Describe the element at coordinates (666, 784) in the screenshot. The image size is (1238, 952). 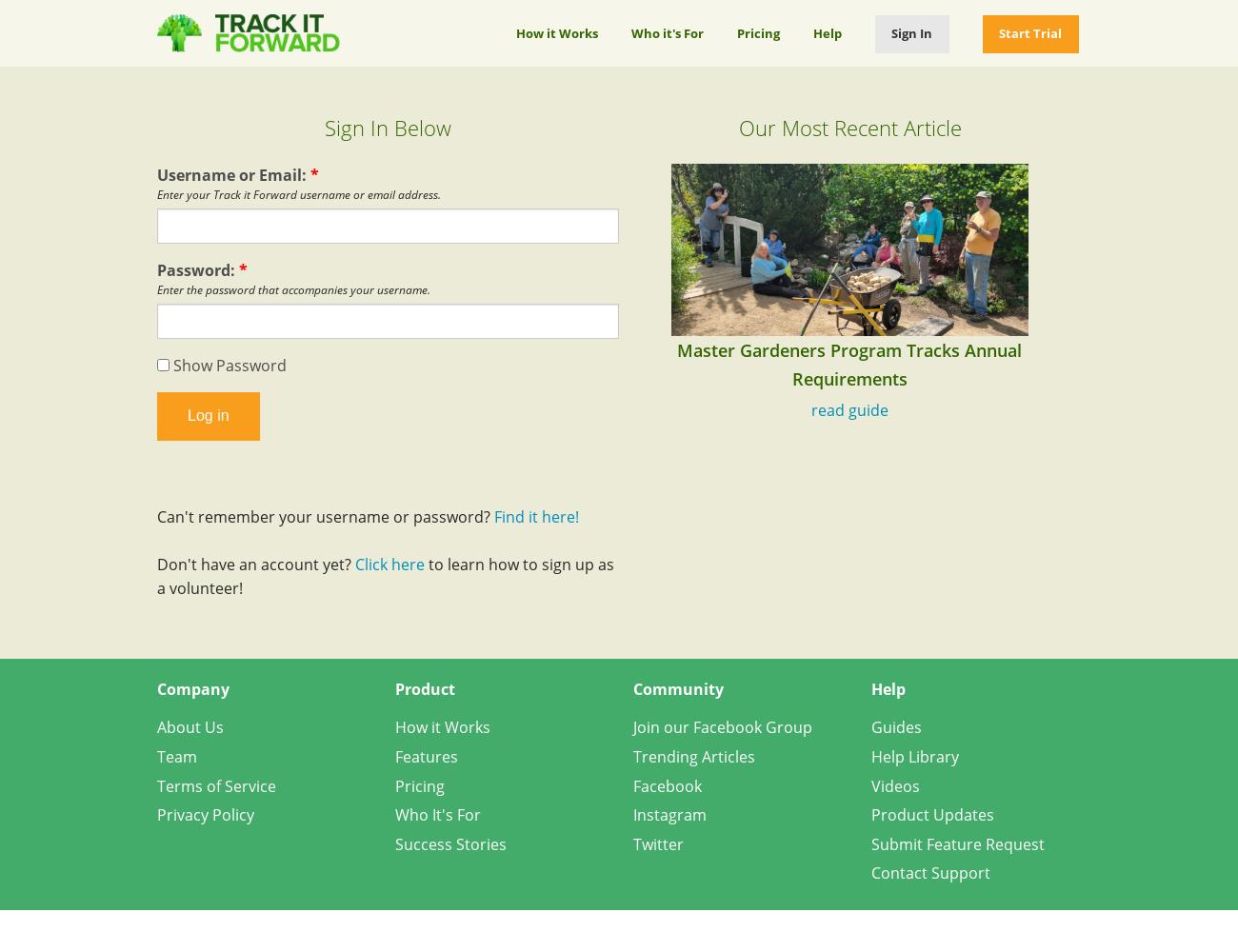
I see `'Facebook'` at that location.